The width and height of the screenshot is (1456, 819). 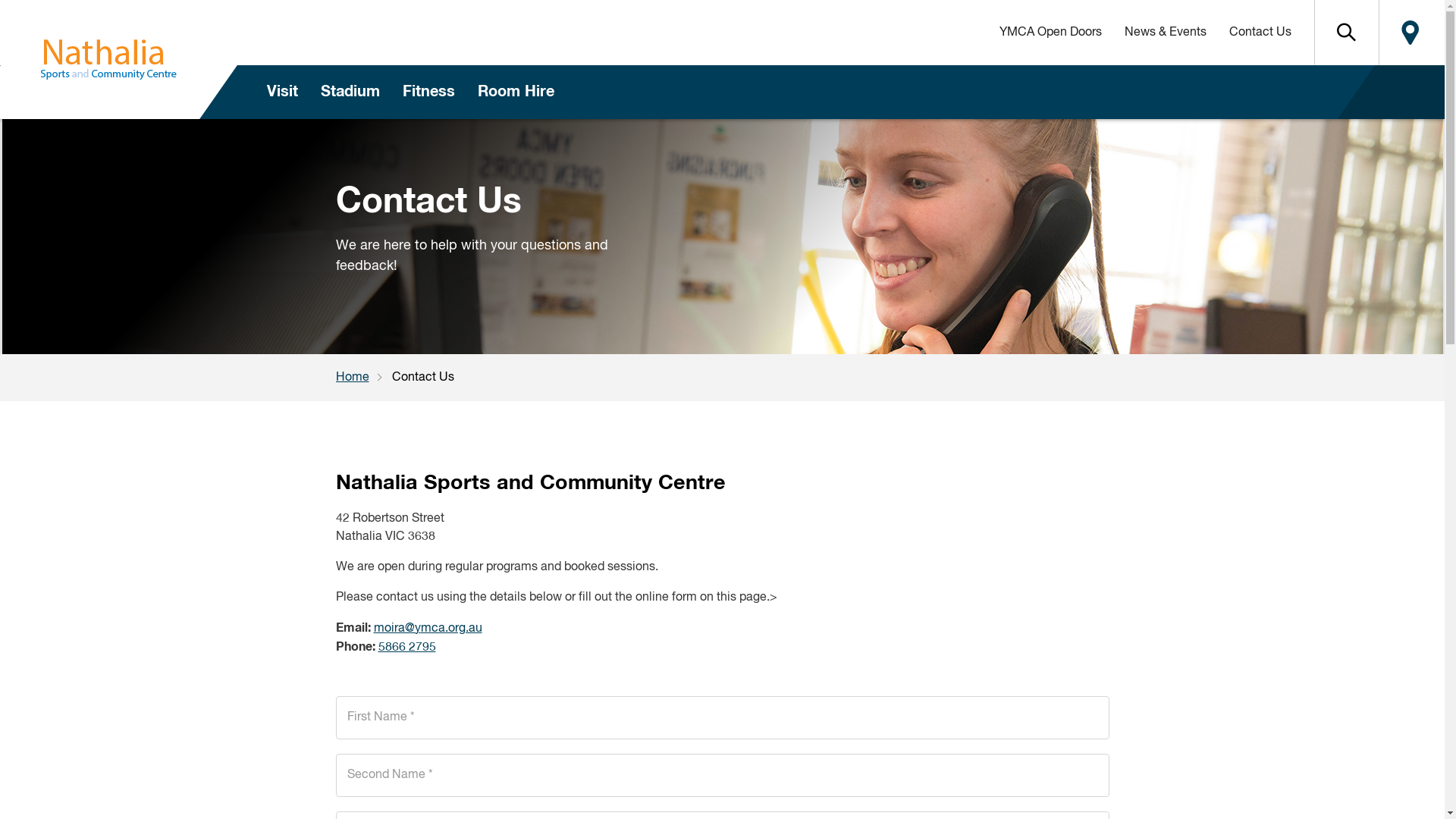 I want to click on 'Fitness', so click(x=428, y=92).